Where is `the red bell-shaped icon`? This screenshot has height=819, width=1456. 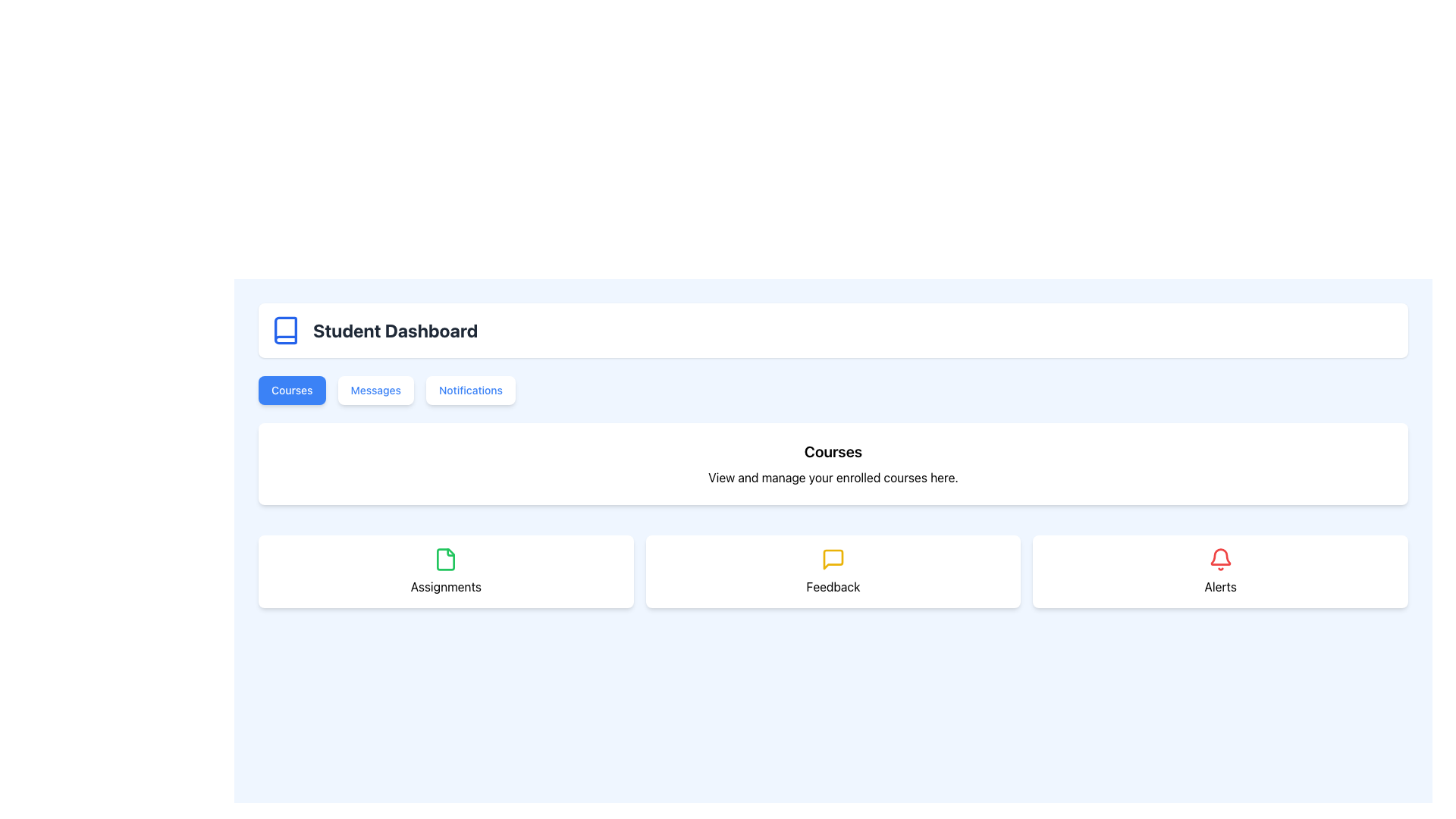 the red bell-shaped icon is located at coordinates (1220, 559).